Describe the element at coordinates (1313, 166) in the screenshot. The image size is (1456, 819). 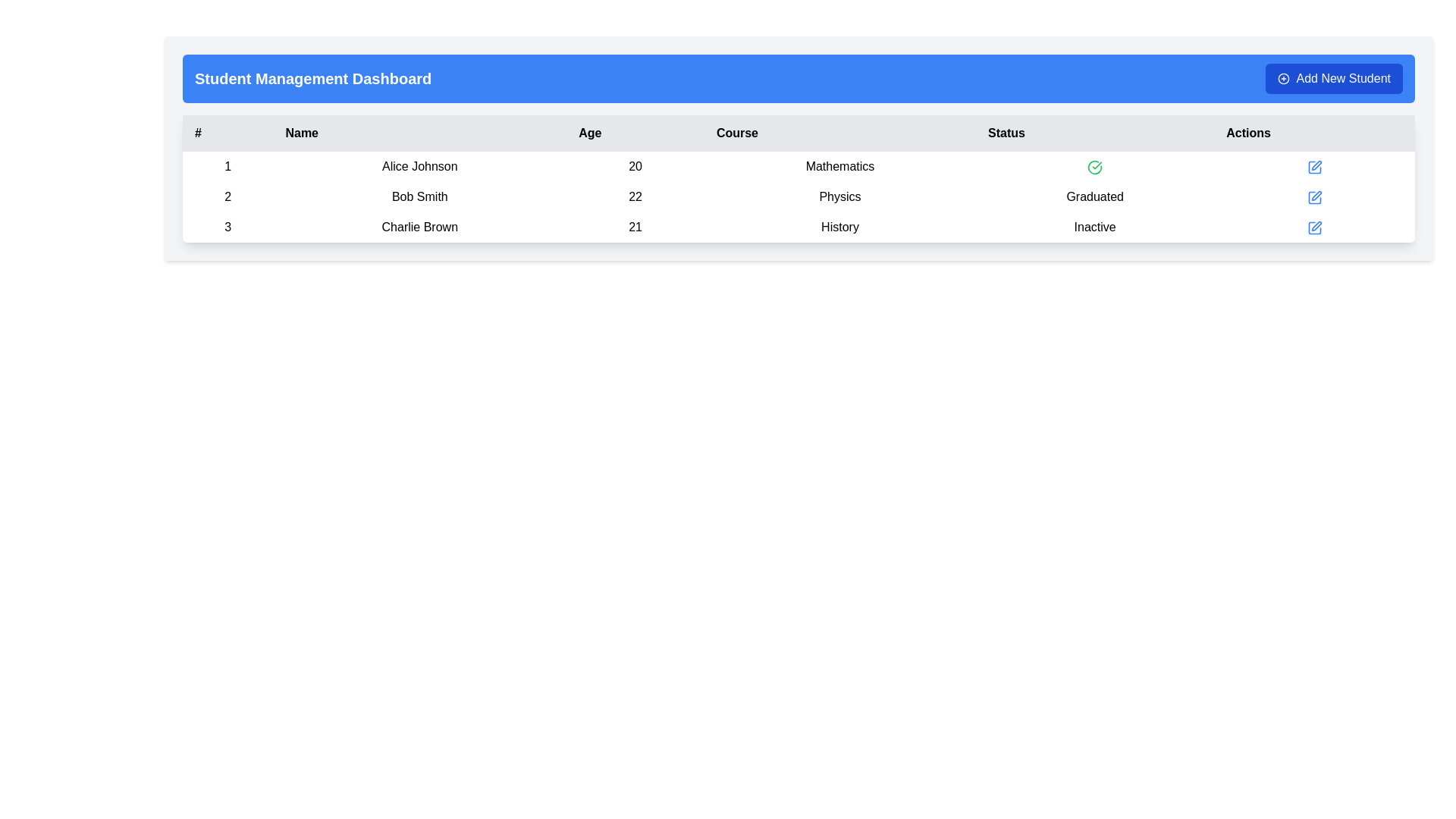
I see `the clickable icon button resembling a pen in the Actions column of the row for student 'Alice Johnson' for keyboard navigation` at that location.